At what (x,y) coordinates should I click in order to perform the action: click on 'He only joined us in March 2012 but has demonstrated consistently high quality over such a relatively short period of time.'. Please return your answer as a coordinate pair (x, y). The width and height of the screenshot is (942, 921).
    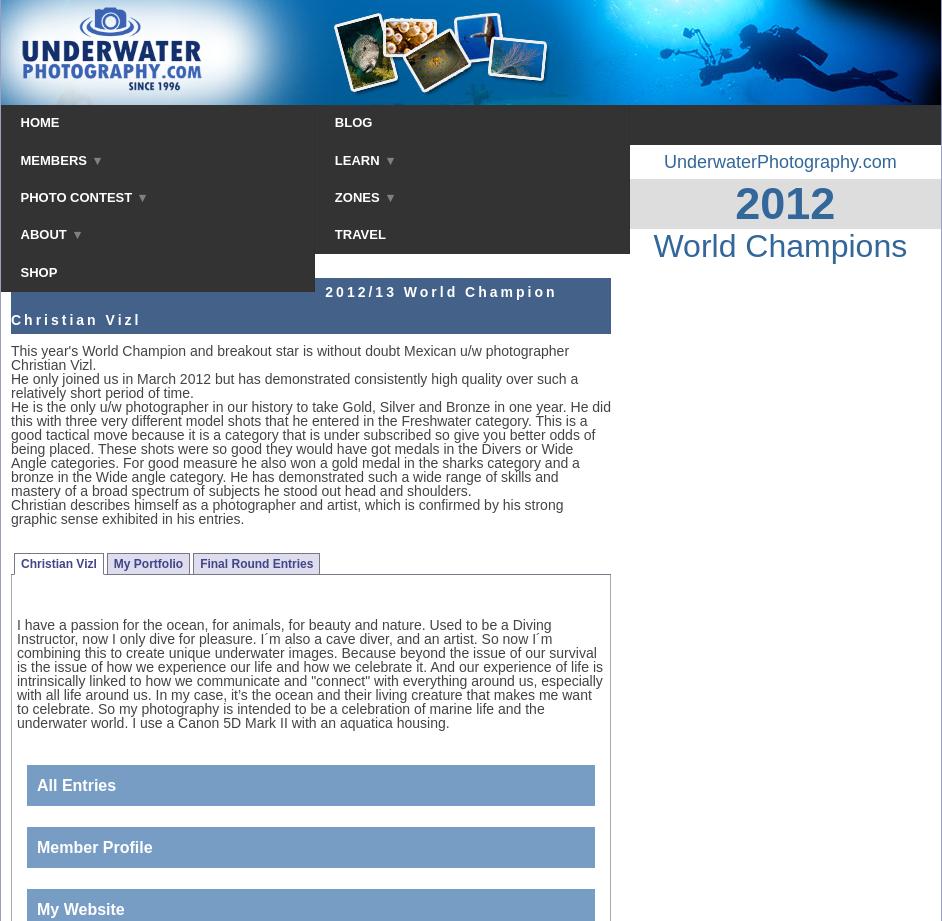
    Looking at the image, I should click on (294, 385).